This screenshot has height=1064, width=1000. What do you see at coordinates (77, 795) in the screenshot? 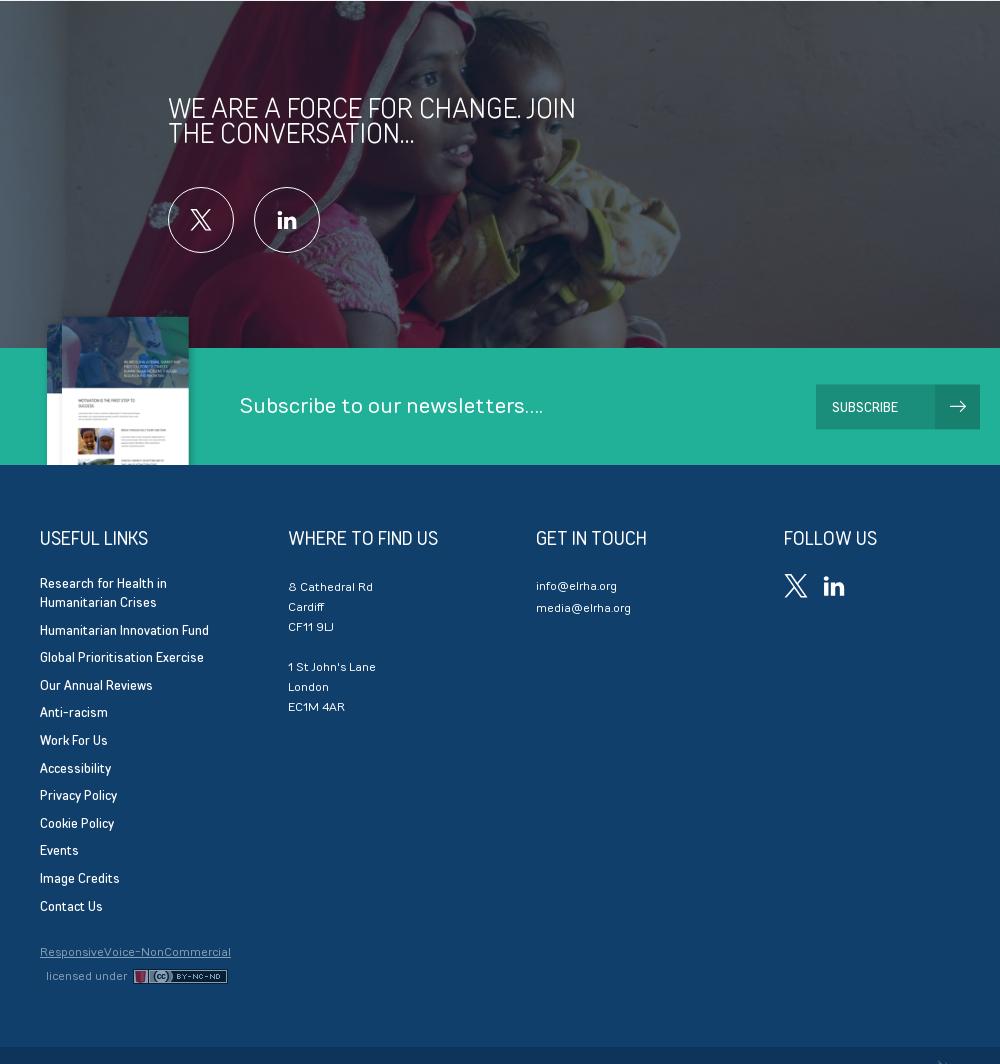
I see `'Privacy Policy'` at bounding box center [77, 795].